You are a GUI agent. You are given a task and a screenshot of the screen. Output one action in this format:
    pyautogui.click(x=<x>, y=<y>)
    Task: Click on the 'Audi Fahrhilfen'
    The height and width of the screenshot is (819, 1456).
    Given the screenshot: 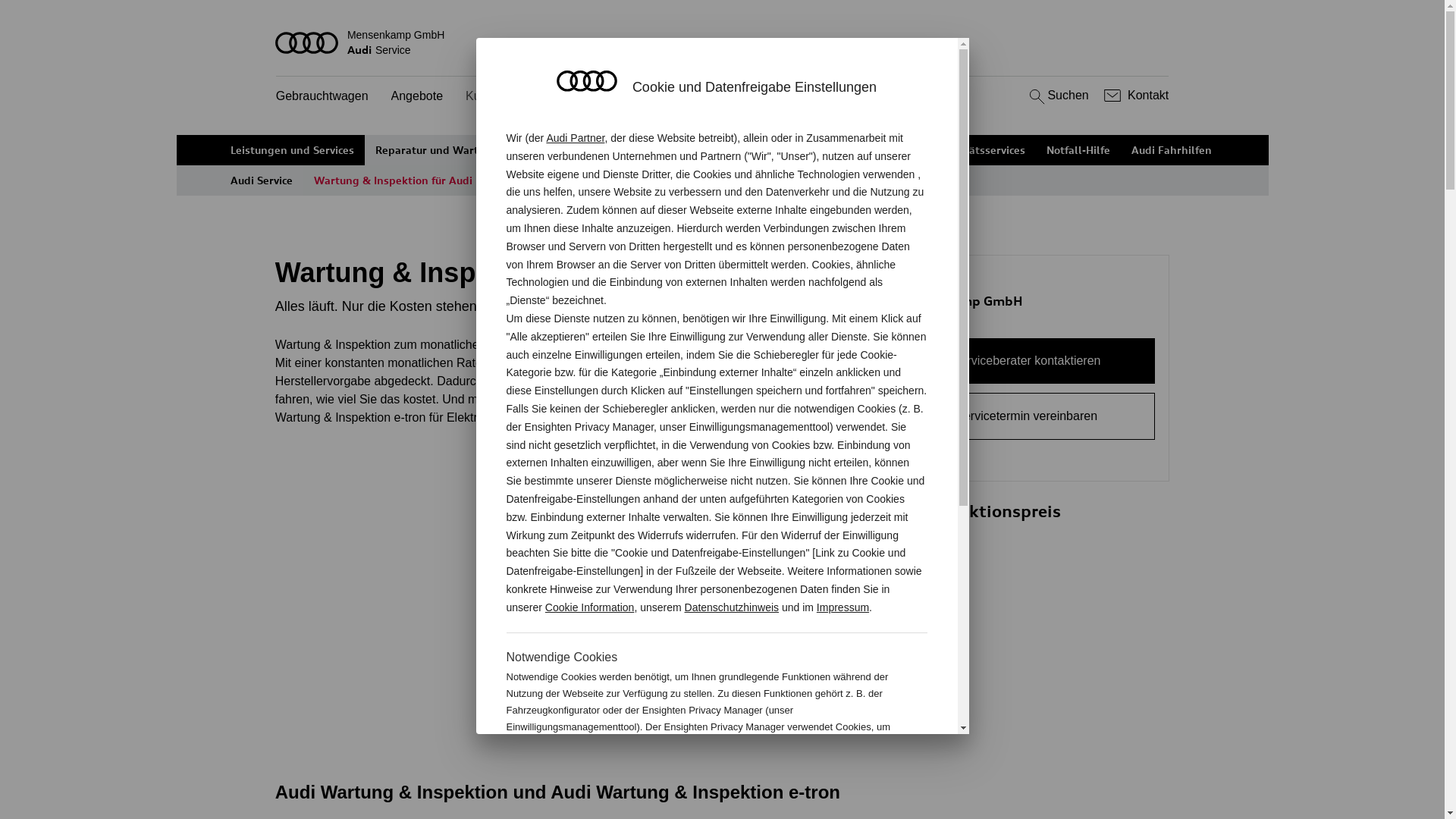 What is the action you would take?
    pyautogui.click(x=1171, y=149)
    